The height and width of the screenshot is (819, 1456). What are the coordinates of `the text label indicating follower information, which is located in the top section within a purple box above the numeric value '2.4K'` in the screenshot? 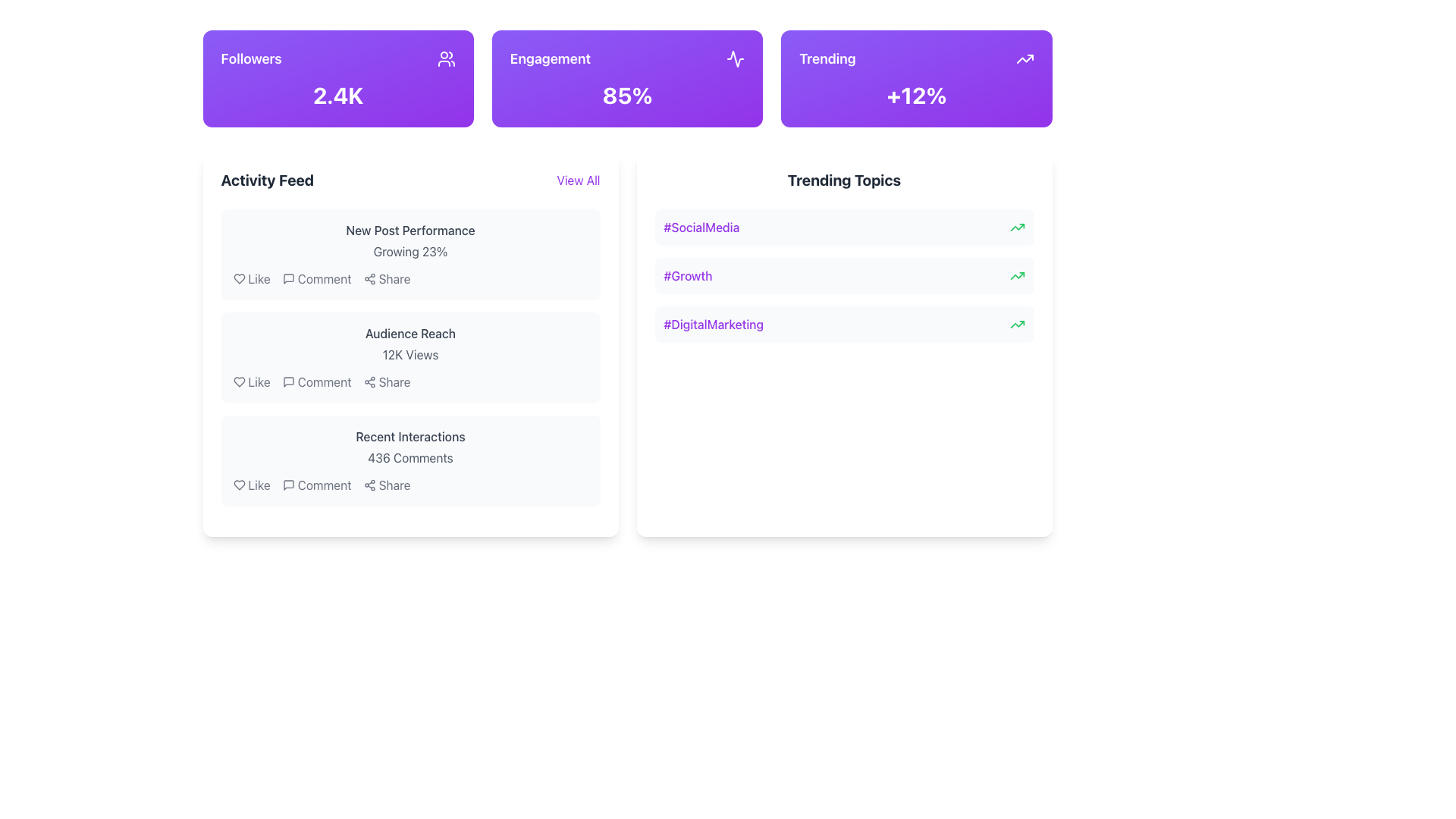 It's located at (251, 58).